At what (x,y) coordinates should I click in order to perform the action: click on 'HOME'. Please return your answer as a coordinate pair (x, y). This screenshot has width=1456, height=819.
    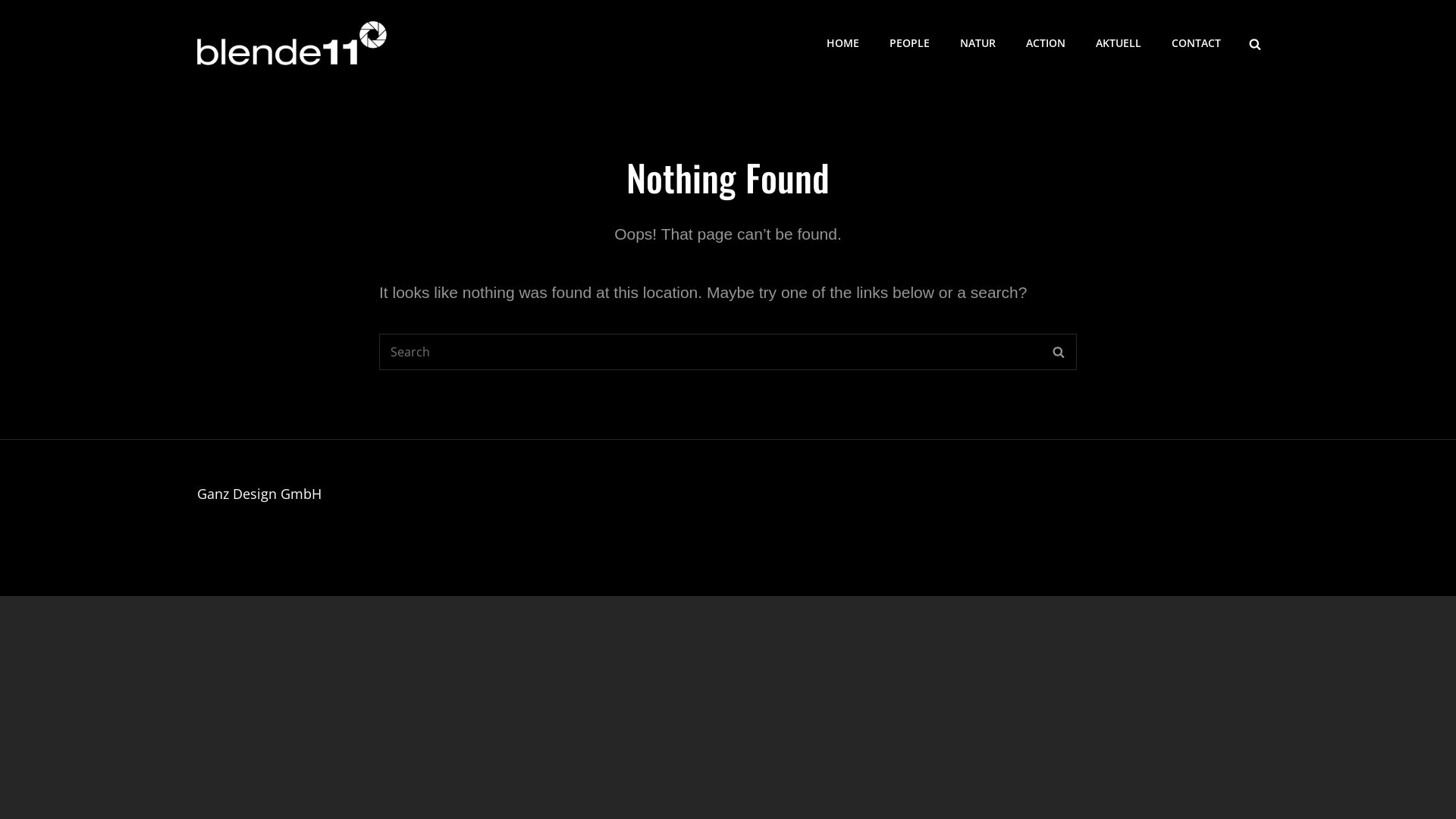
    Looking at the image, I should click on (811, 42).